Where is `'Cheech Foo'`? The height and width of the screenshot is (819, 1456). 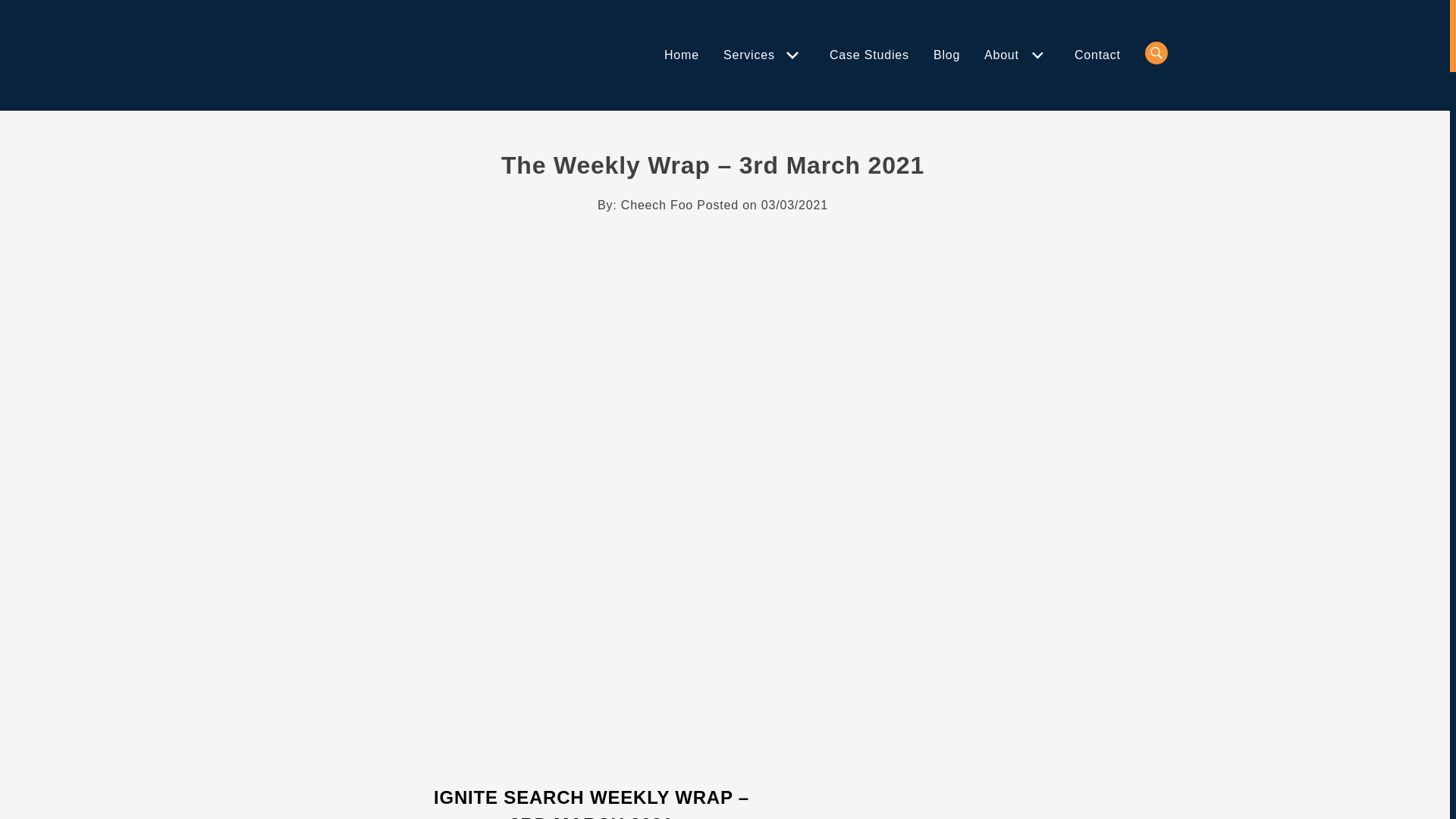 'Cheech Foo' is located at coordinates (657, 205).